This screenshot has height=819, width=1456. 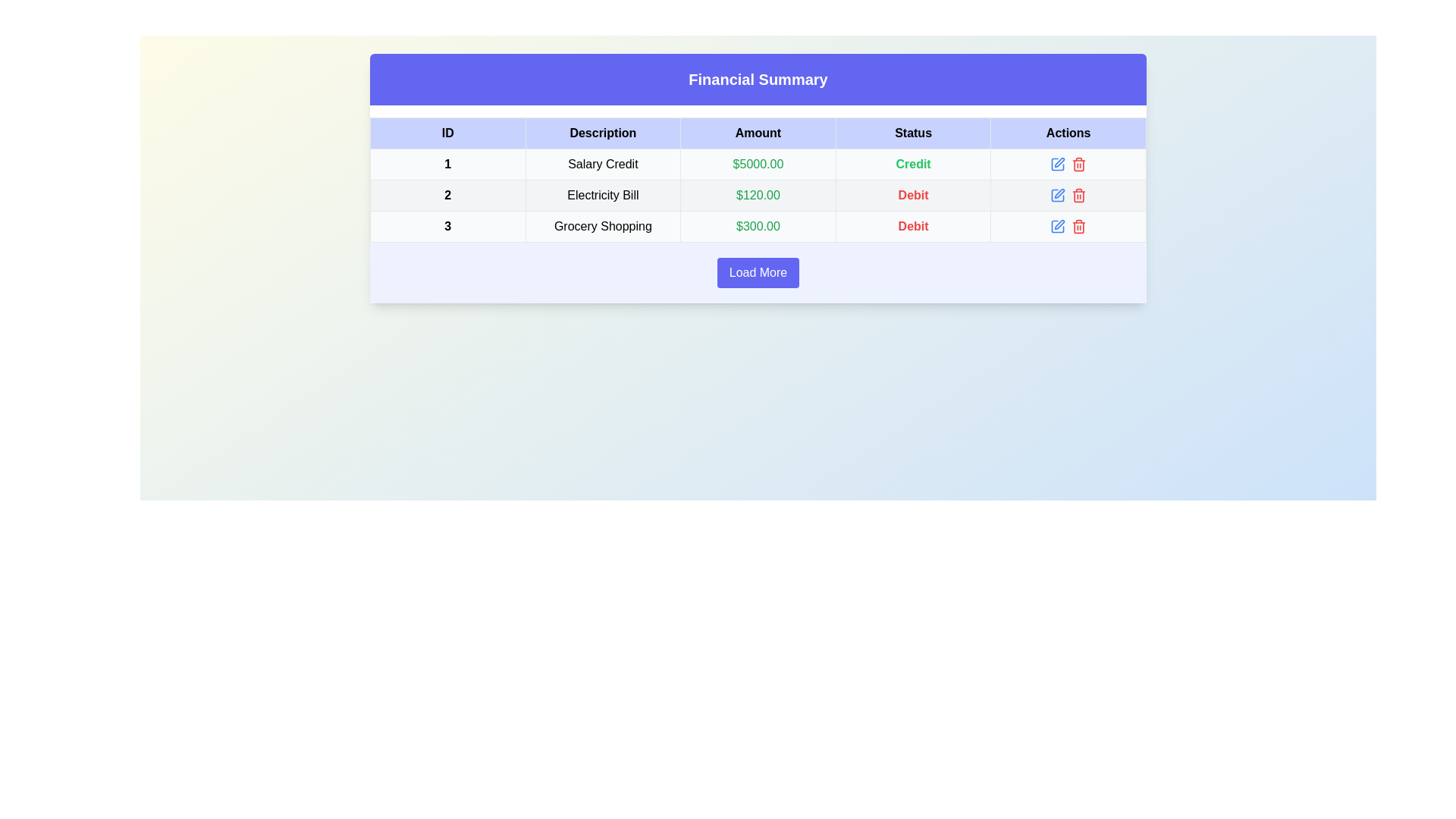 What do you see at coordinates (602, 164) in the screenshot?
I see `the 'Salary Credit' text label located in the second cell of the first row under the 'Description' column of the table` at bounding box center [602, 164].